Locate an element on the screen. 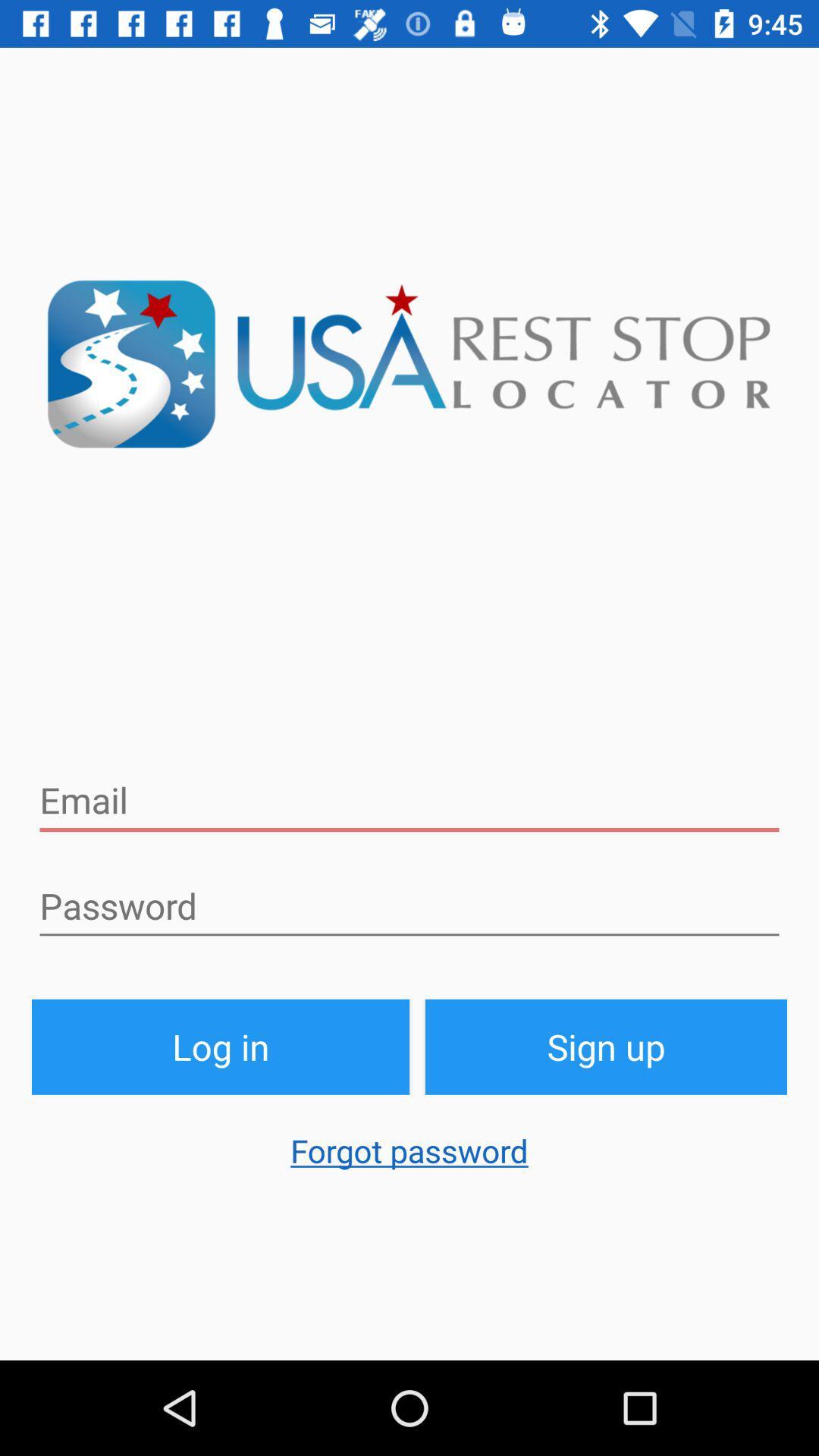  item to the left of the sign up is located at coordinates (220, 1046).